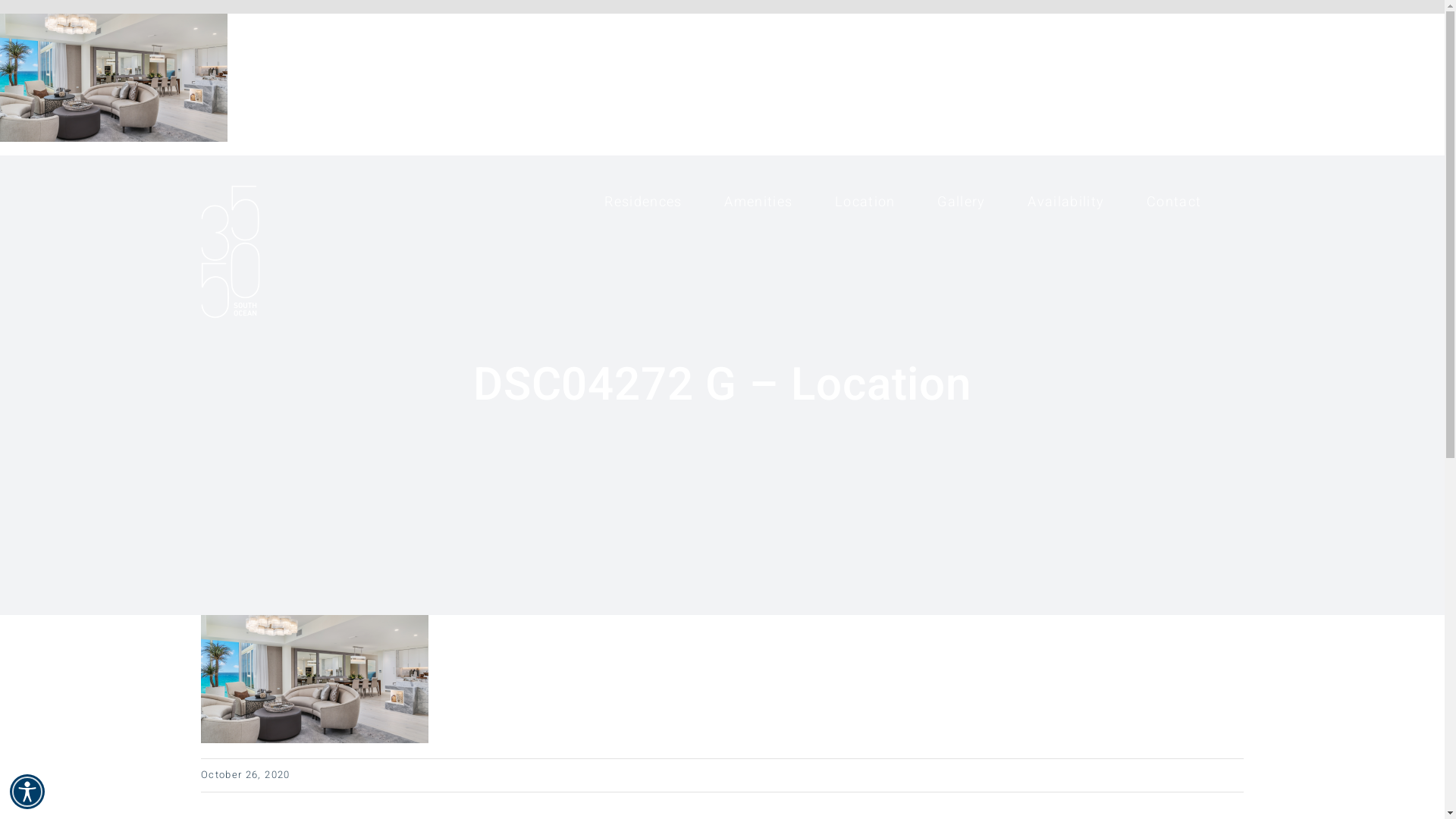  I want to click on 'Amenities', so click(758, 201).